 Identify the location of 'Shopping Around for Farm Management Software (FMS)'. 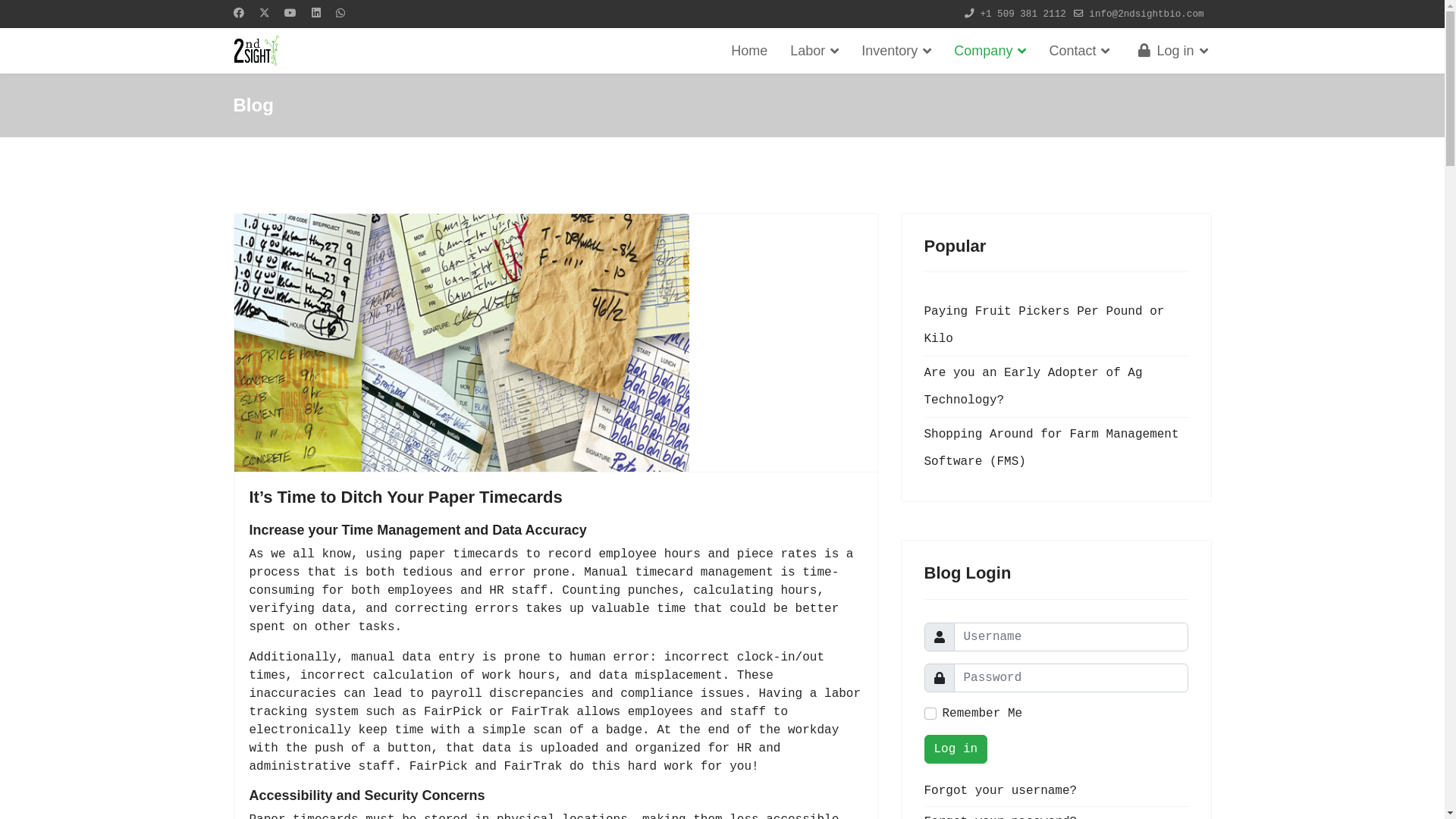
(1055, 447).